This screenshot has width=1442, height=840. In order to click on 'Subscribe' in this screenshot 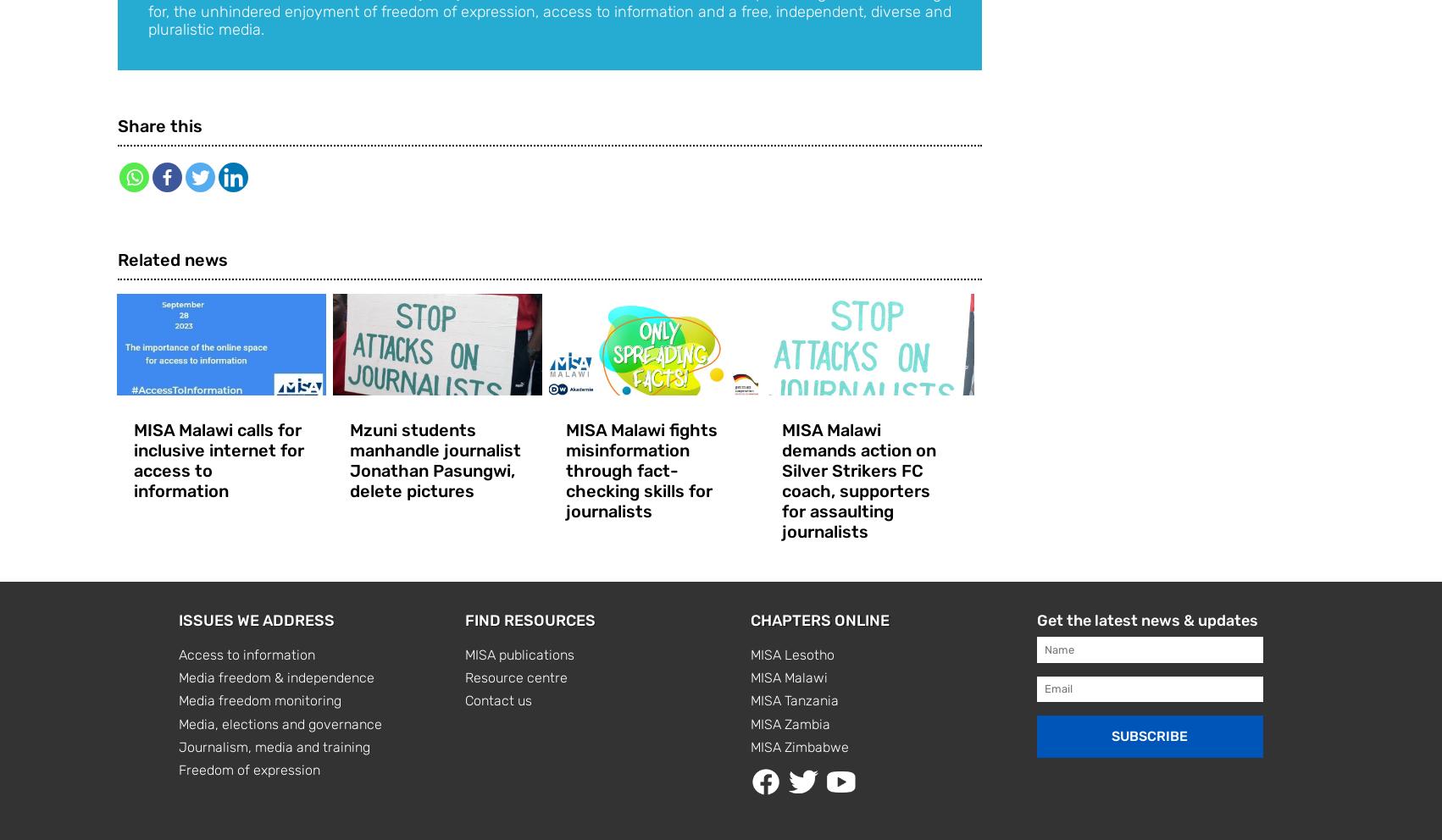, I will do `click(1111, 736)`.